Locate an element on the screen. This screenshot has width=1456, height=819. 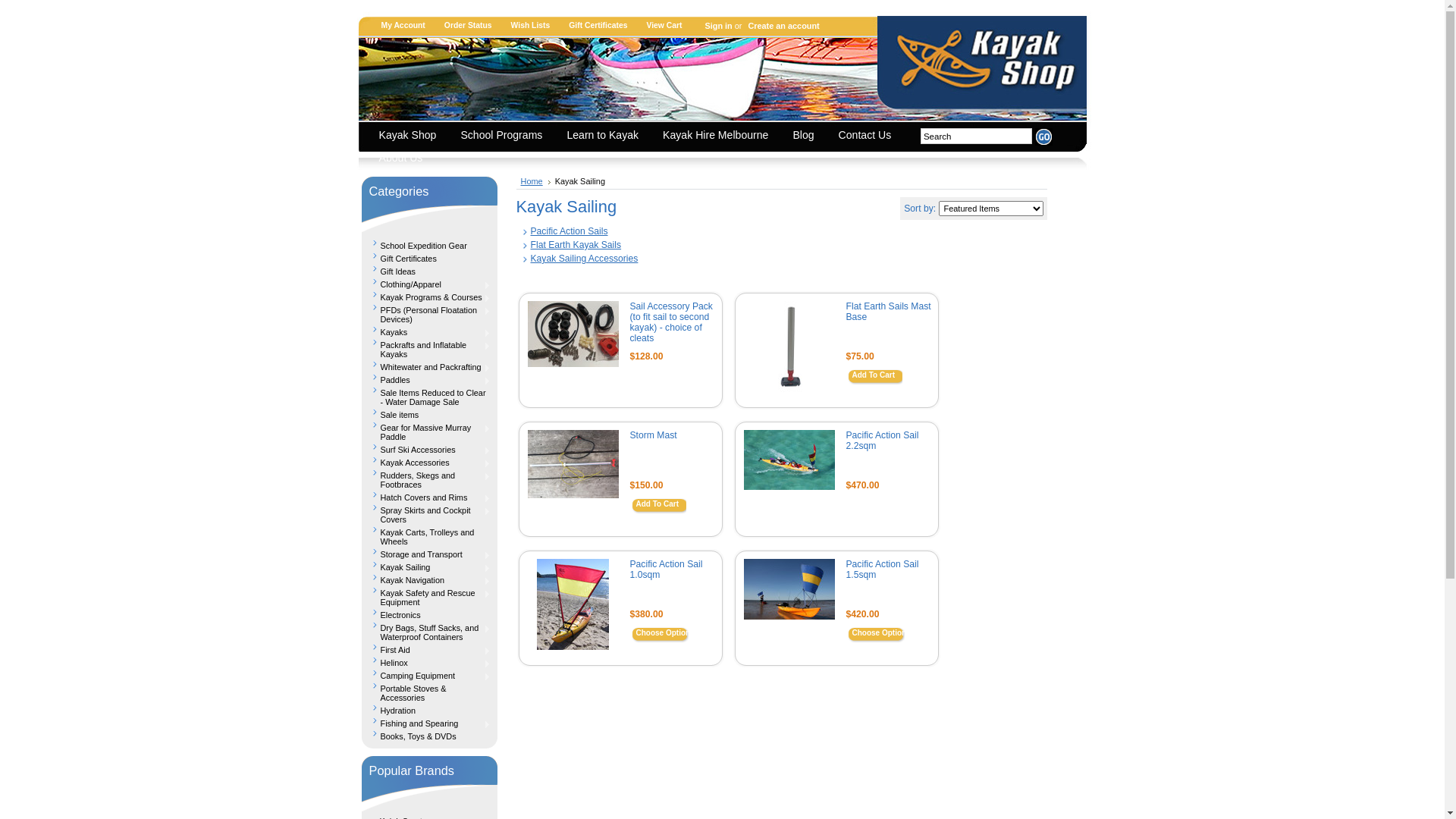
'Learn to Kayak' is located at coordinates (605, 136).